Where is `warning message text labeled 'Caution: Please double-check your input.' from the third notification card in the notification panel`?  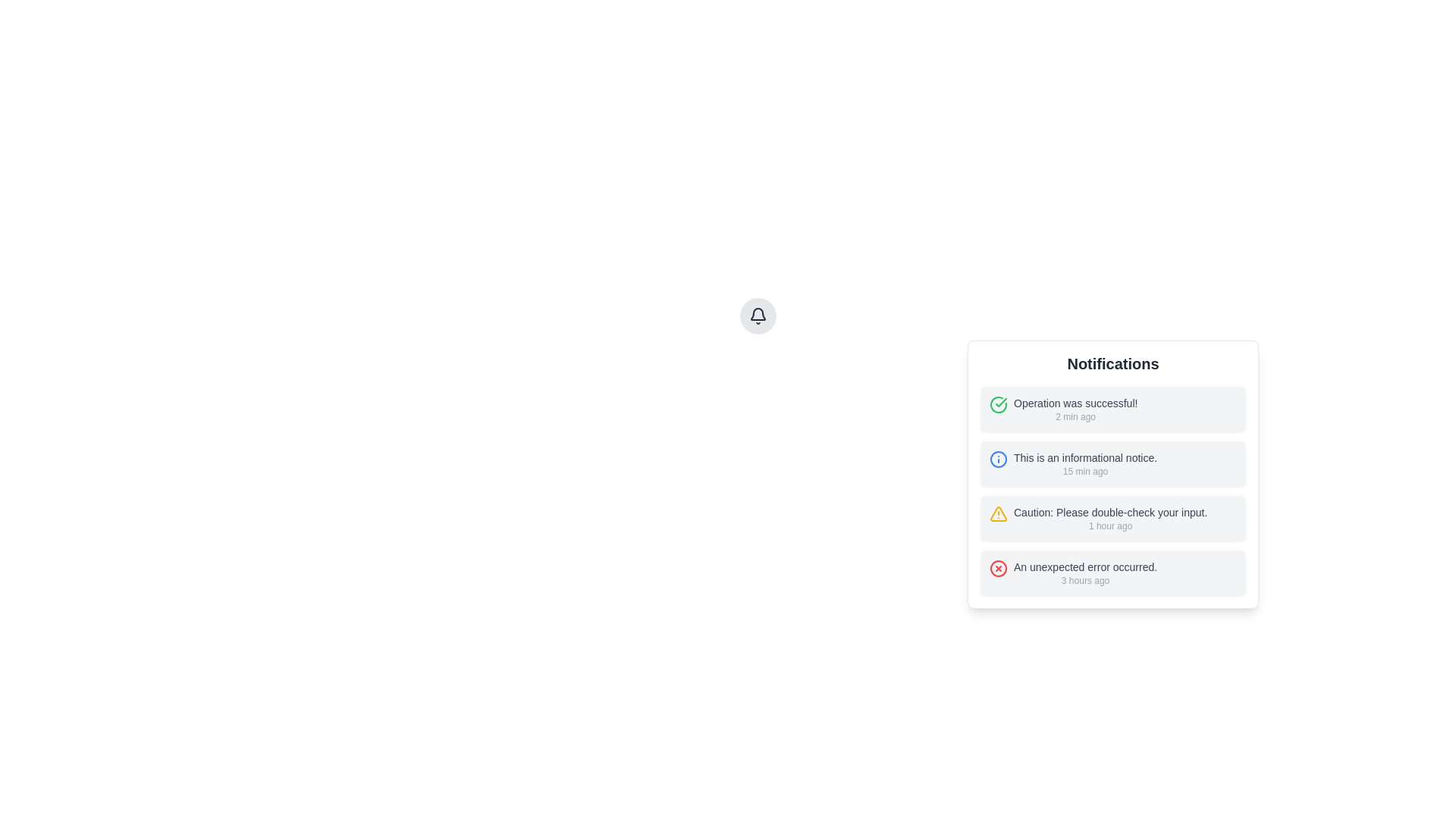
warning message text labeled 'Caution: Please double-check your input.' from the third notification card in the notification panel is located at coordinates (1110, 512).